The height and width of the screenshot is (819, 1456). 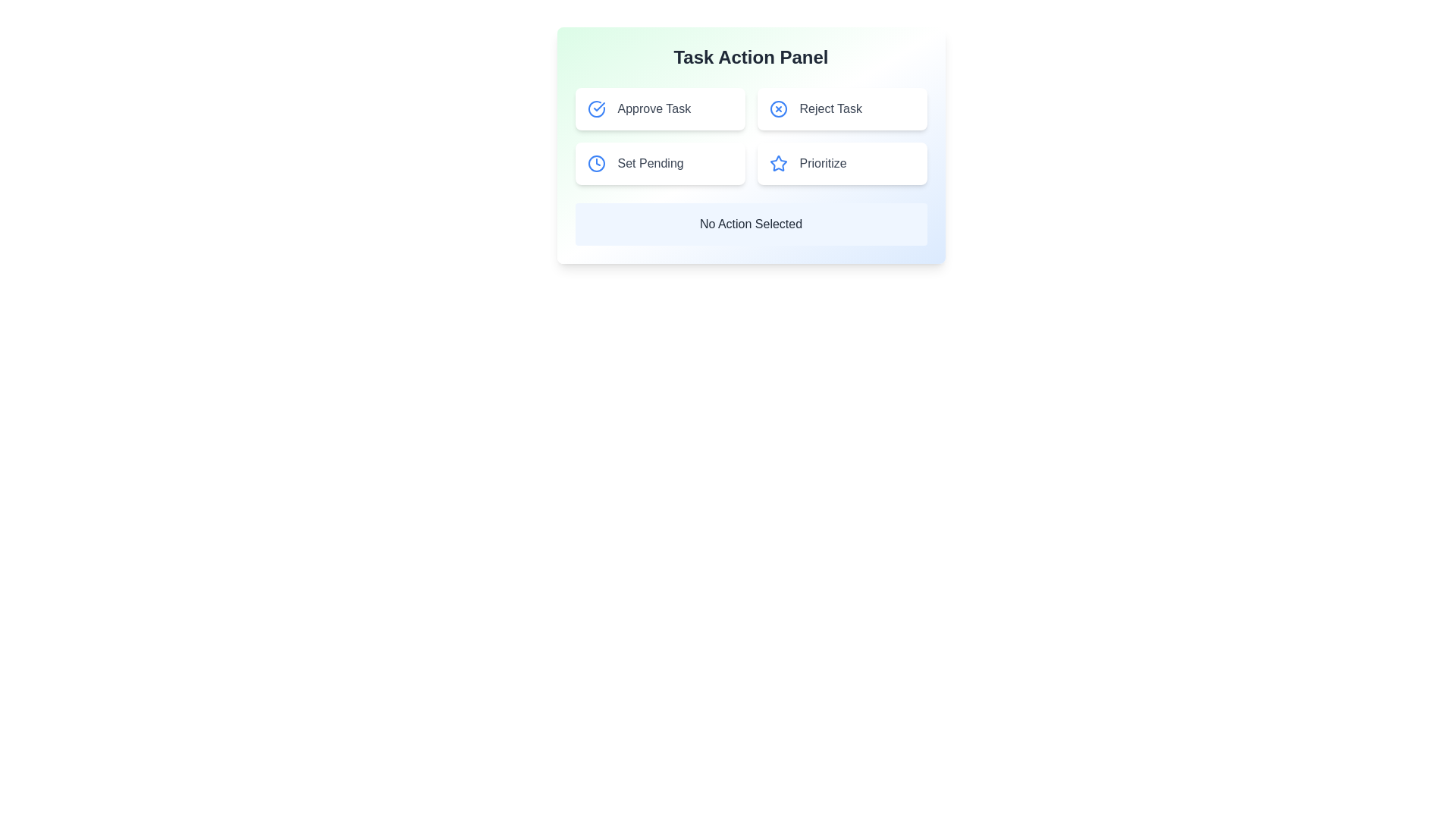 I want to click on the 'Reject Task' button which contains the SVG Circle Graphic, so click(x=778, y=108).